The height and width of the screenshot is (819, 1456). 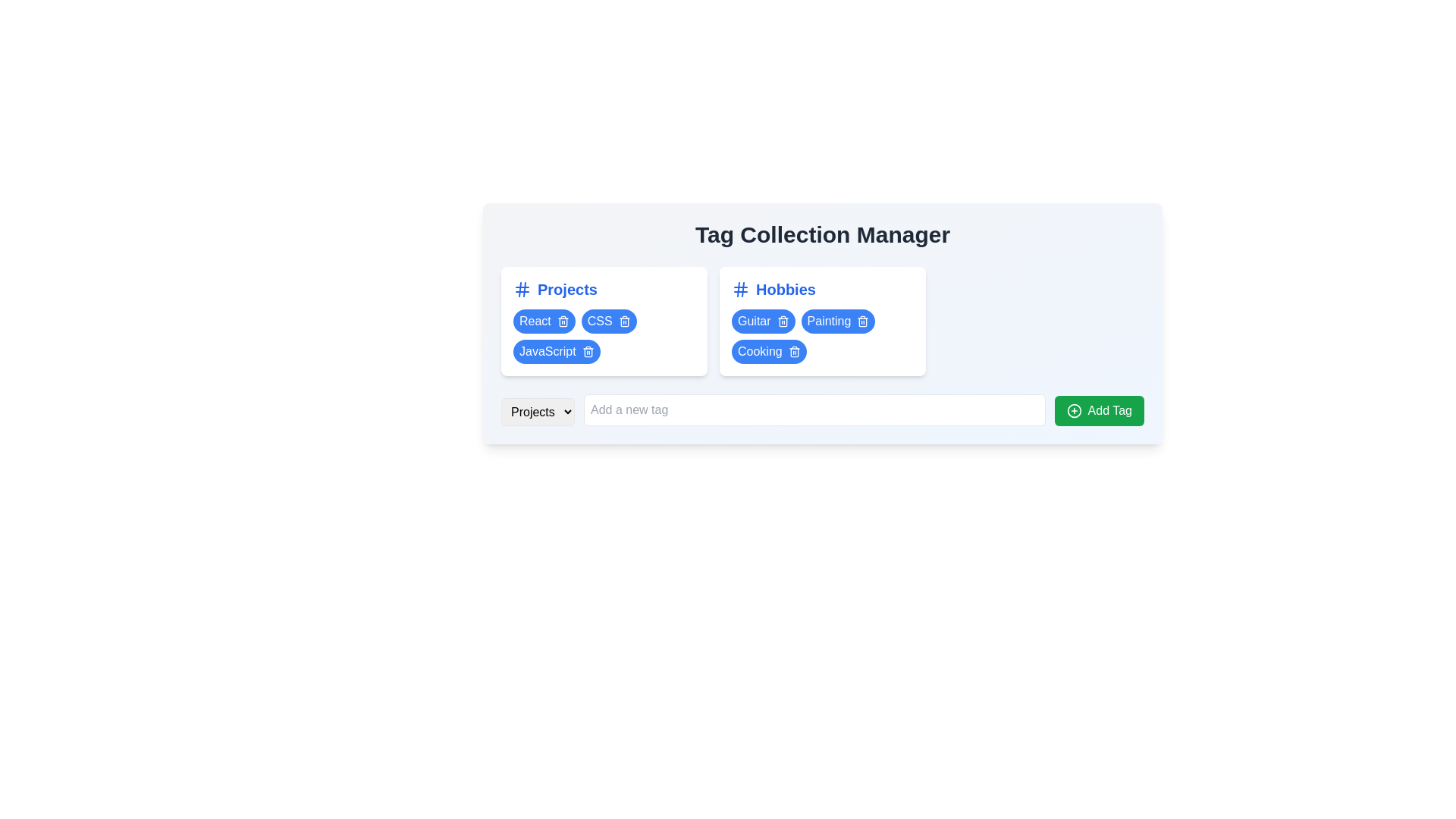 What do you see at coordinates (783, 321) in the screenshot?
I see `the trash bin icon button located on the right side inside the 'Guitar' tag within the 'Hobbies' section` at bounding box center [783, 321].